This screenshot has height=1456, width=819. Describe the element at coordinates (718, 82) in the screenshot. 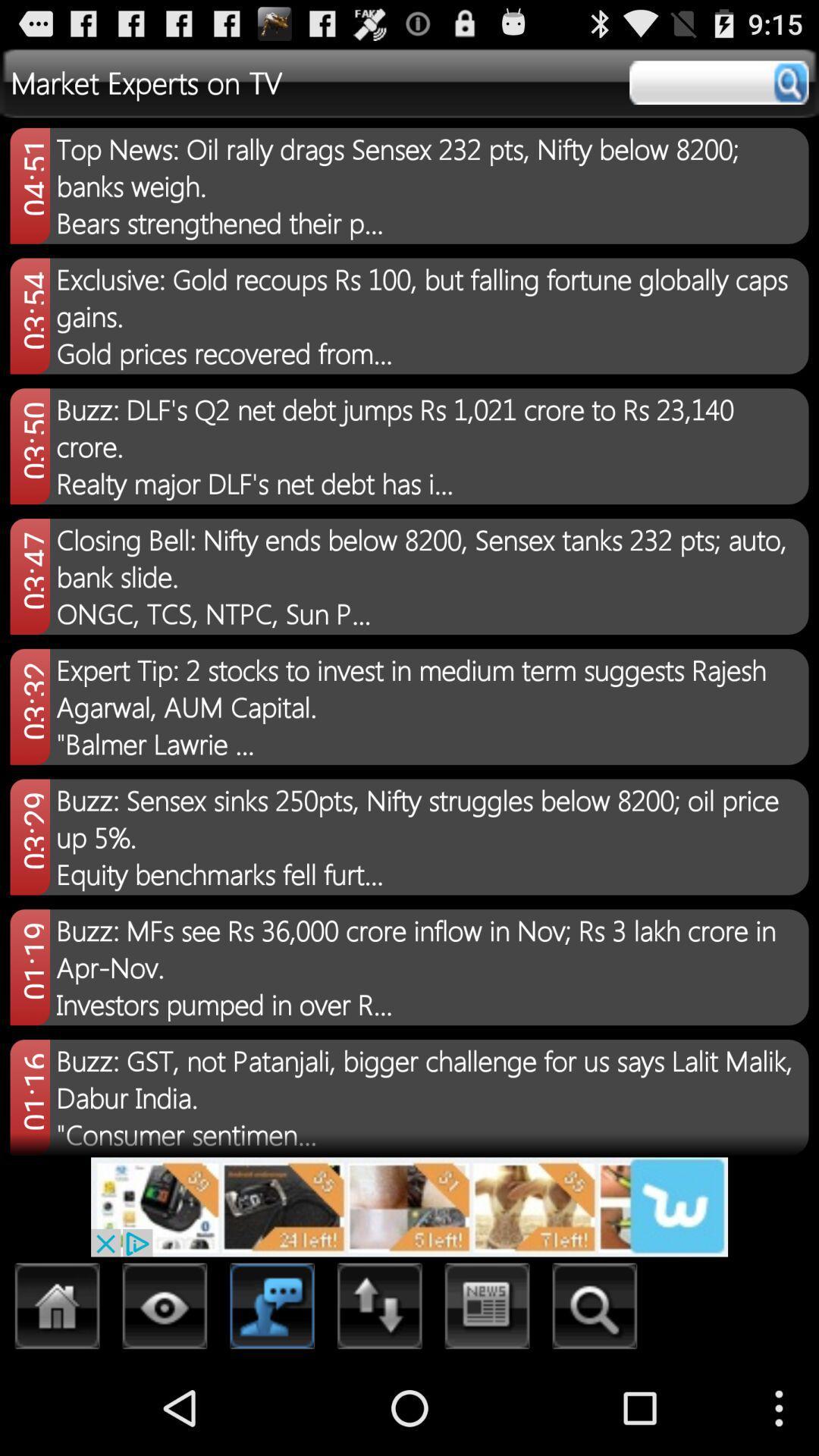

I see `search` at that location.